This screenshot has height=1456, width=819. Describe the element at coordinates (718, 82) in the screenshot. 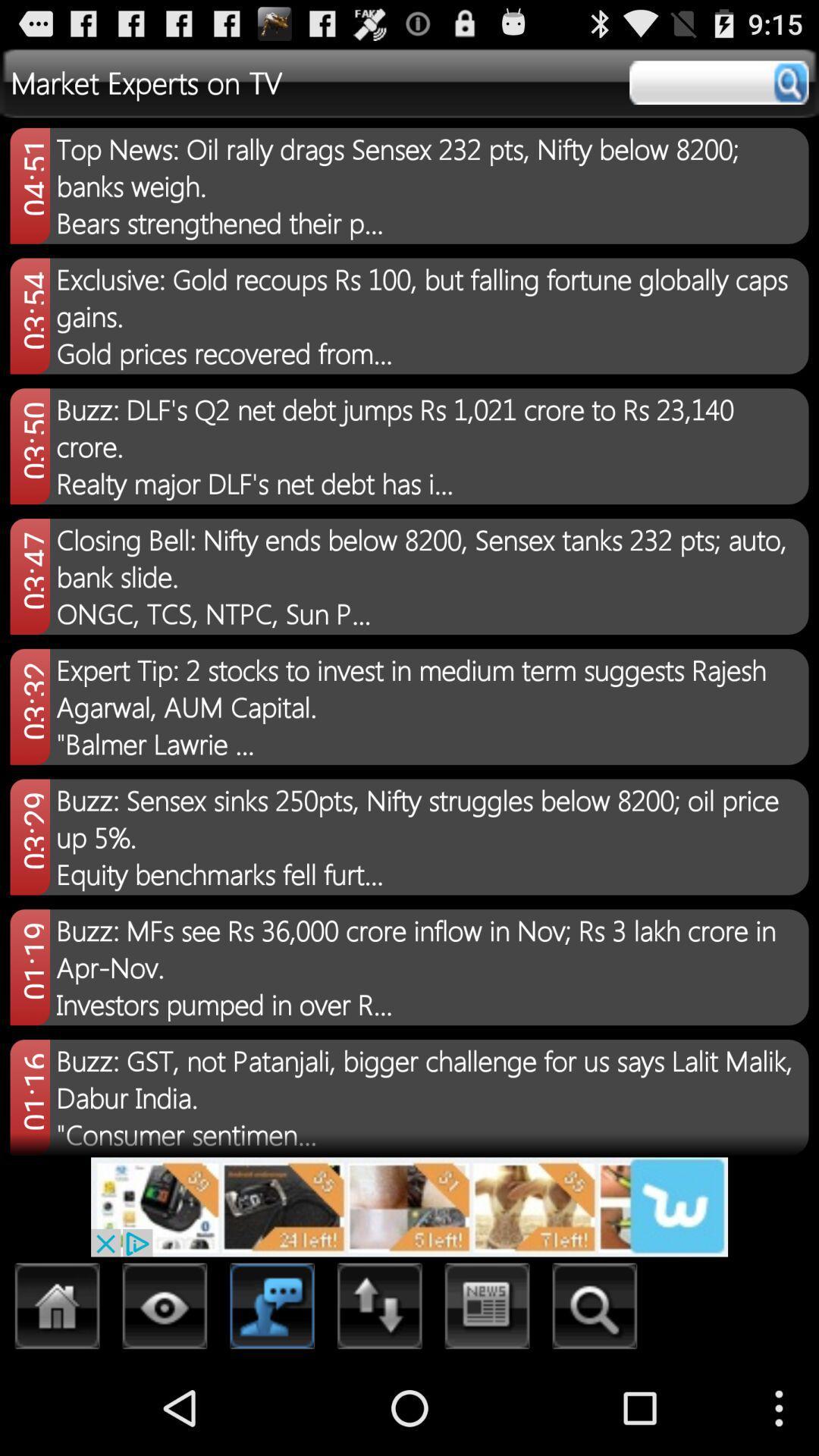

I see `search` at that location.